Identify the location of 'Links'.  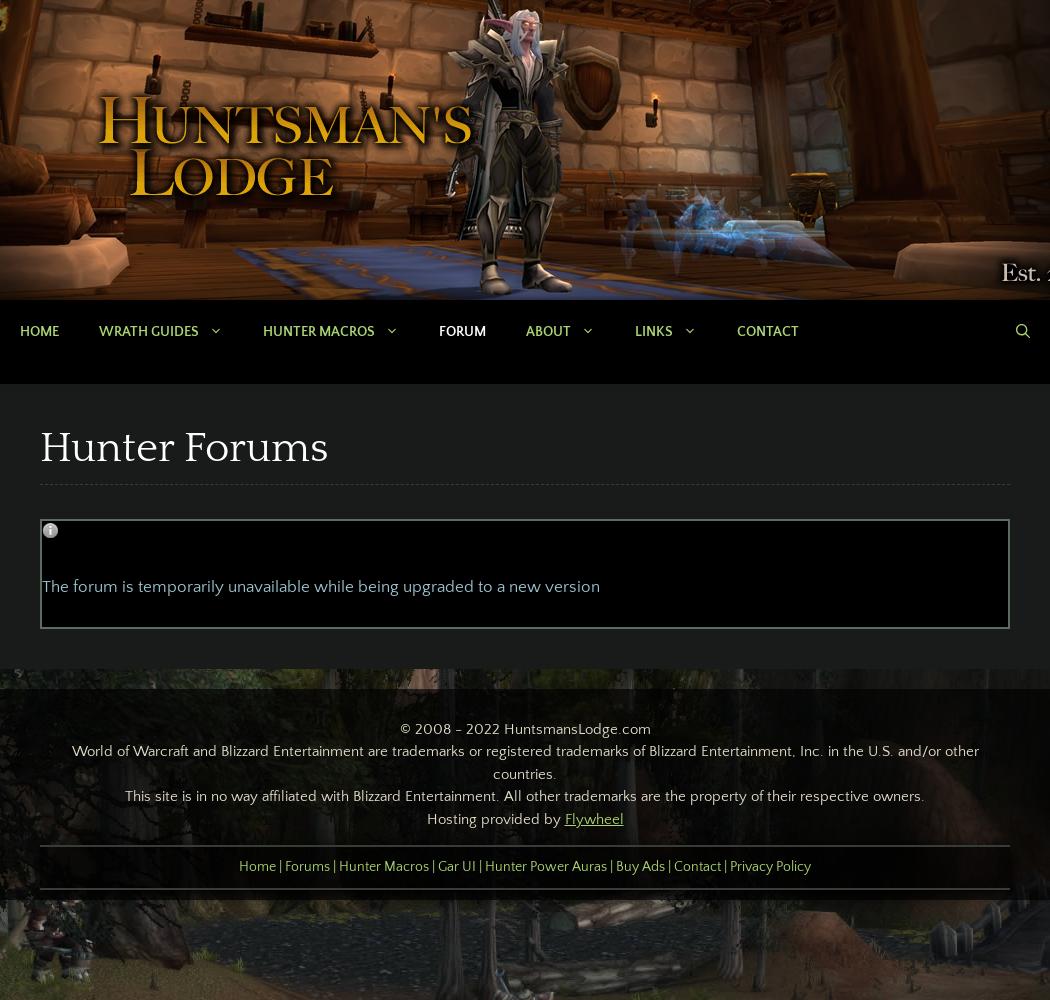
(653, 331).